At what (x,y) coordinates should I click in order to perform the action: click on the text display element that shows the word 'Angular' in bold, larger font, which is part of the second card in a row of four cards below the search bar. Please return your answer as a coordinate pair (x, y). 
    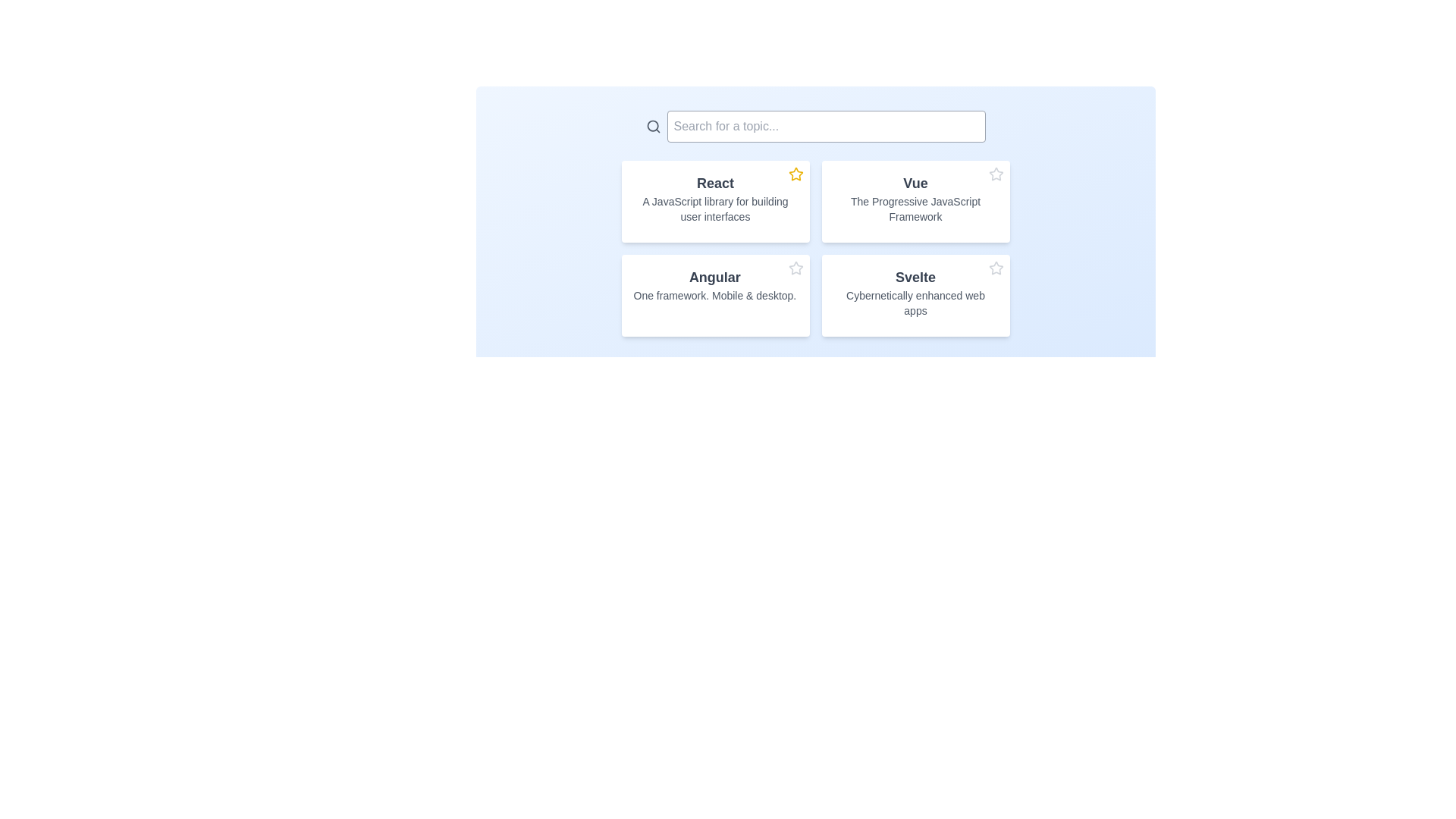
    Looking at the image, I should click on (714, 284).